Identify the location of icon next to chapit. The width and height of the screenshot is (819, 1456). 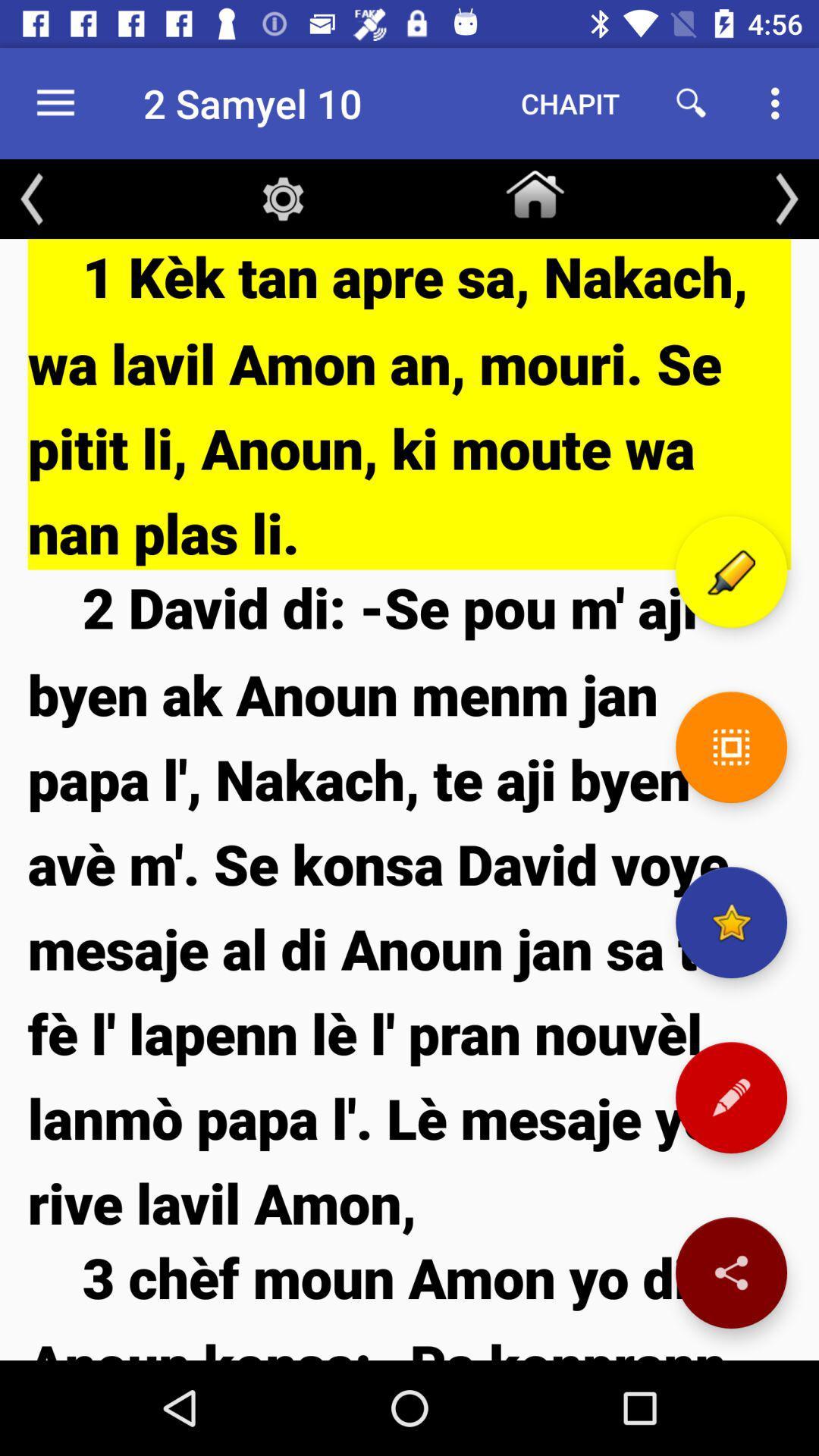
(691, 102).